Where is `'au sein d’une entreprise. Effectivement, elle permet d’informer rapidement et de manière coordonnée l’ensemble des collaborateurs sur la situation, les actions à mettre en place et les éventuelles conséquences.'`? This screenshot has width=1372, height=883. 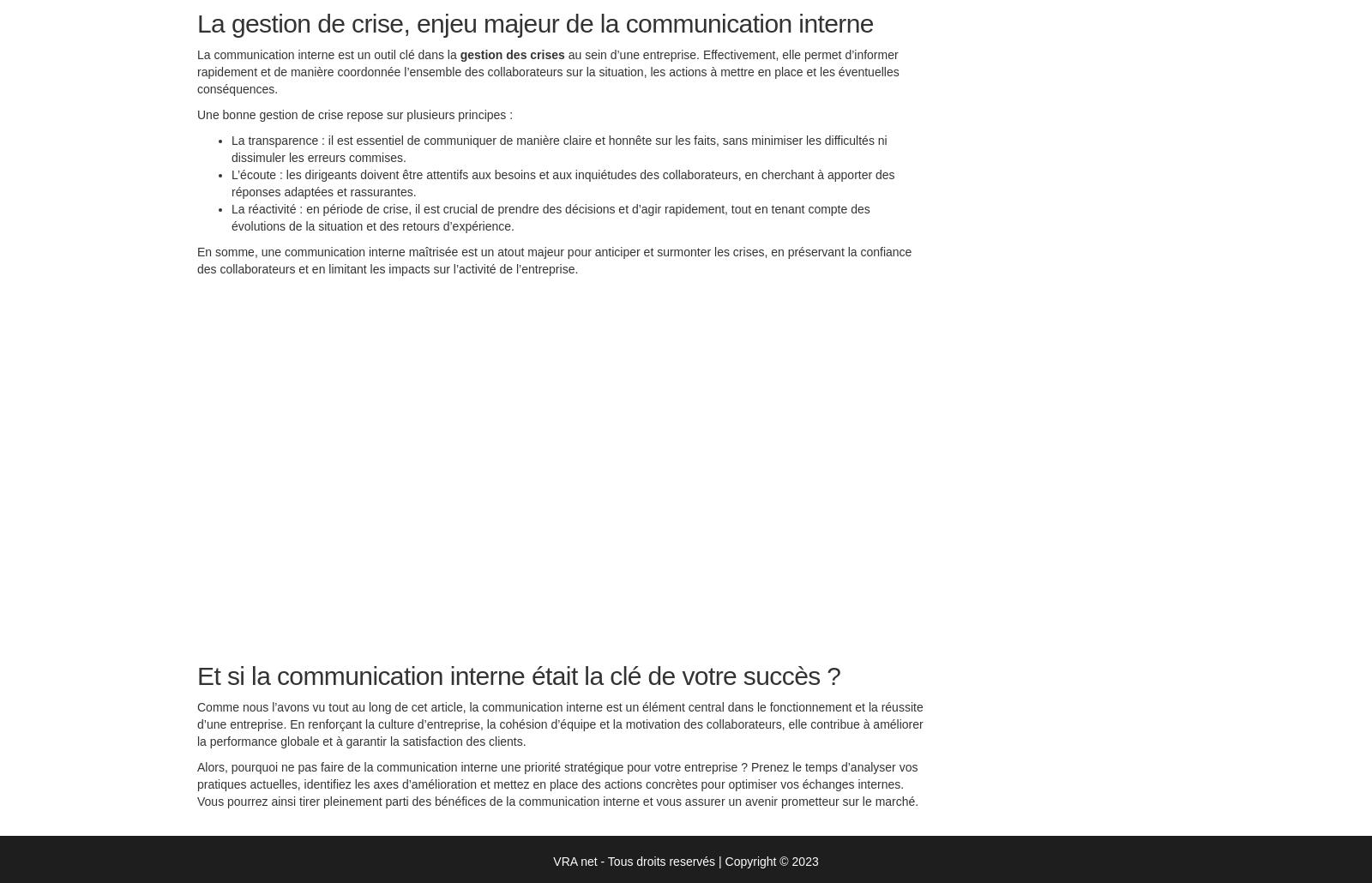
'au sein d’une entreprise. Effectivement, elle permet d’informer rapidement et de manière coordonnée l’ensemble des collaborateurs sur la situation, les actions à mettre en place et les éventuelles conséquences.' is located at coordinates (196, 74).